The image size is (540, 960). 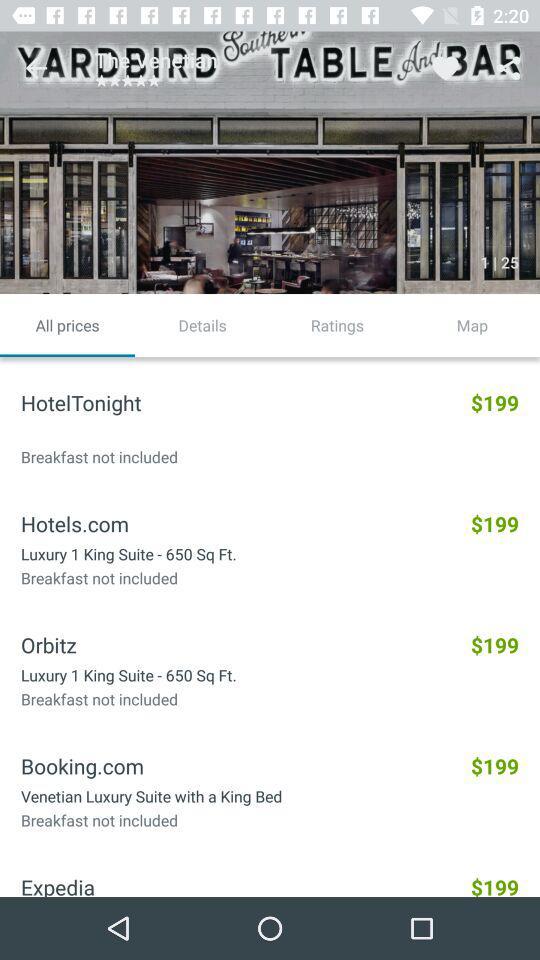 What do you see at coordinates (67, 325) in the screenshot?
I see `icon next to details item` at bounding box center [67, 325].